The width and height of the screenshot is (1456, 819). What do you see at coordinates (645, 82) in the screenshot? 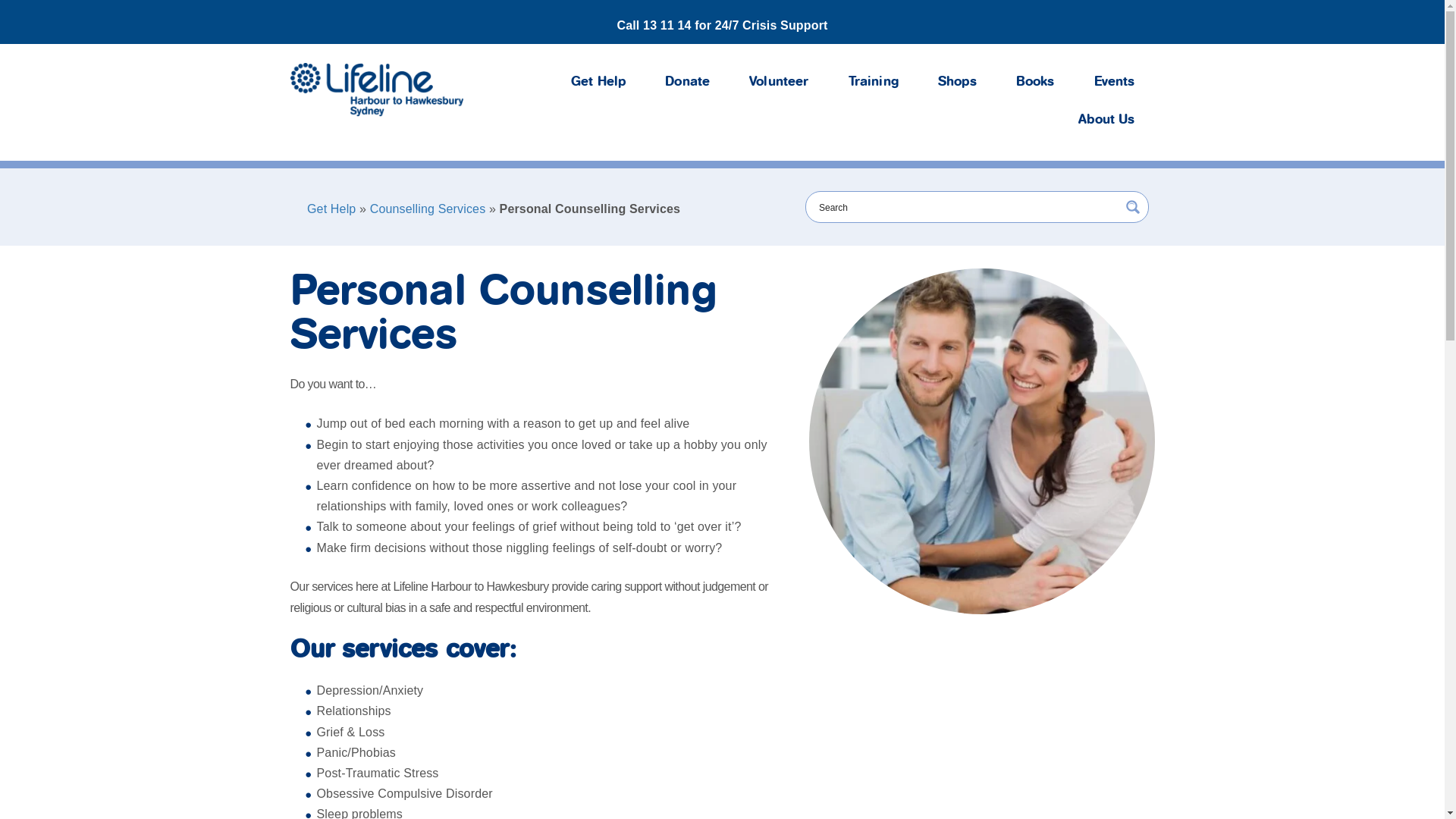
I see `'Donate'` at bounding box center [645, 82].